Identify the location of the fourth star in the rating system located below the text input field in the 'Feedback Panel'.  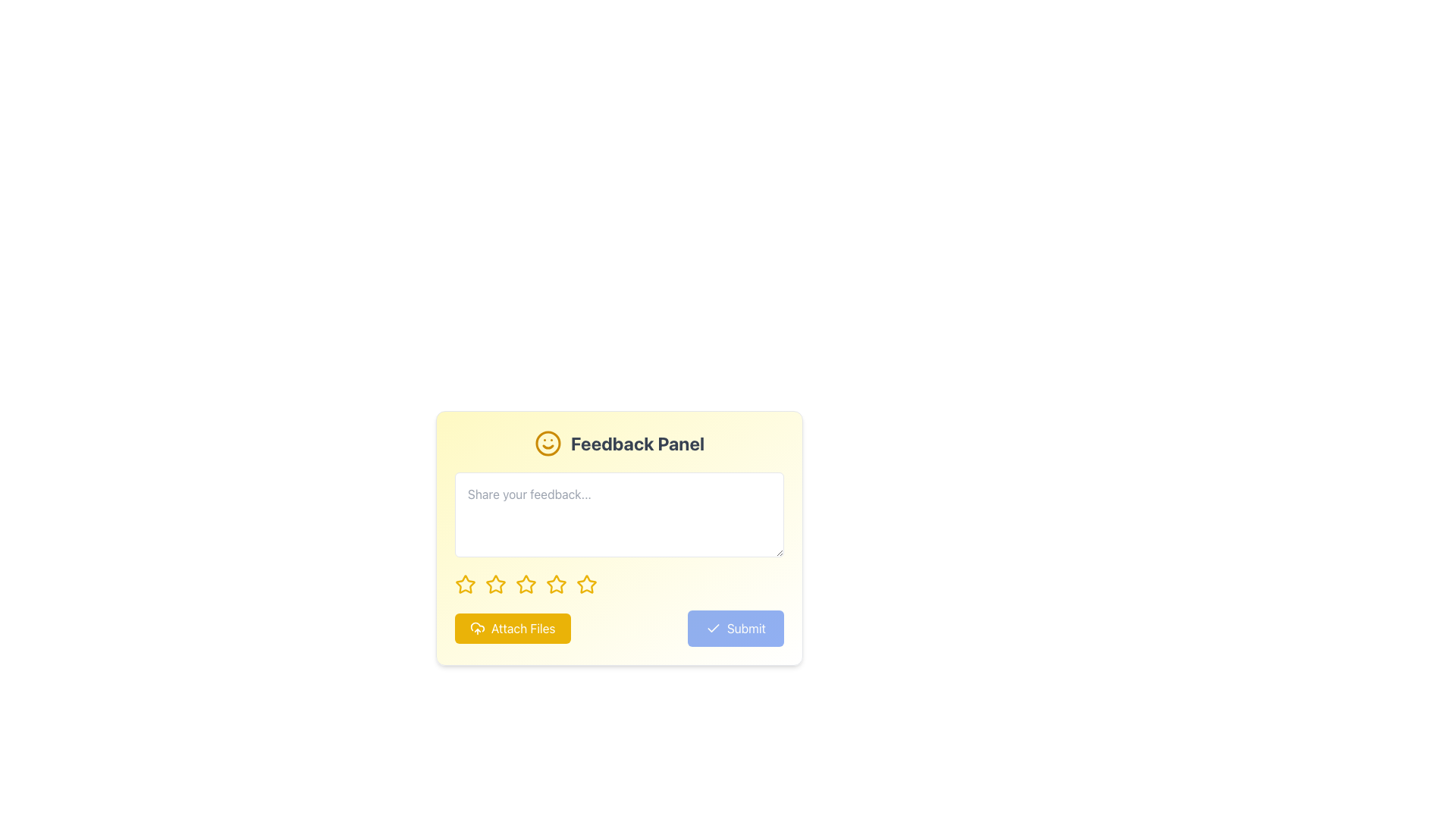
(556, 583).